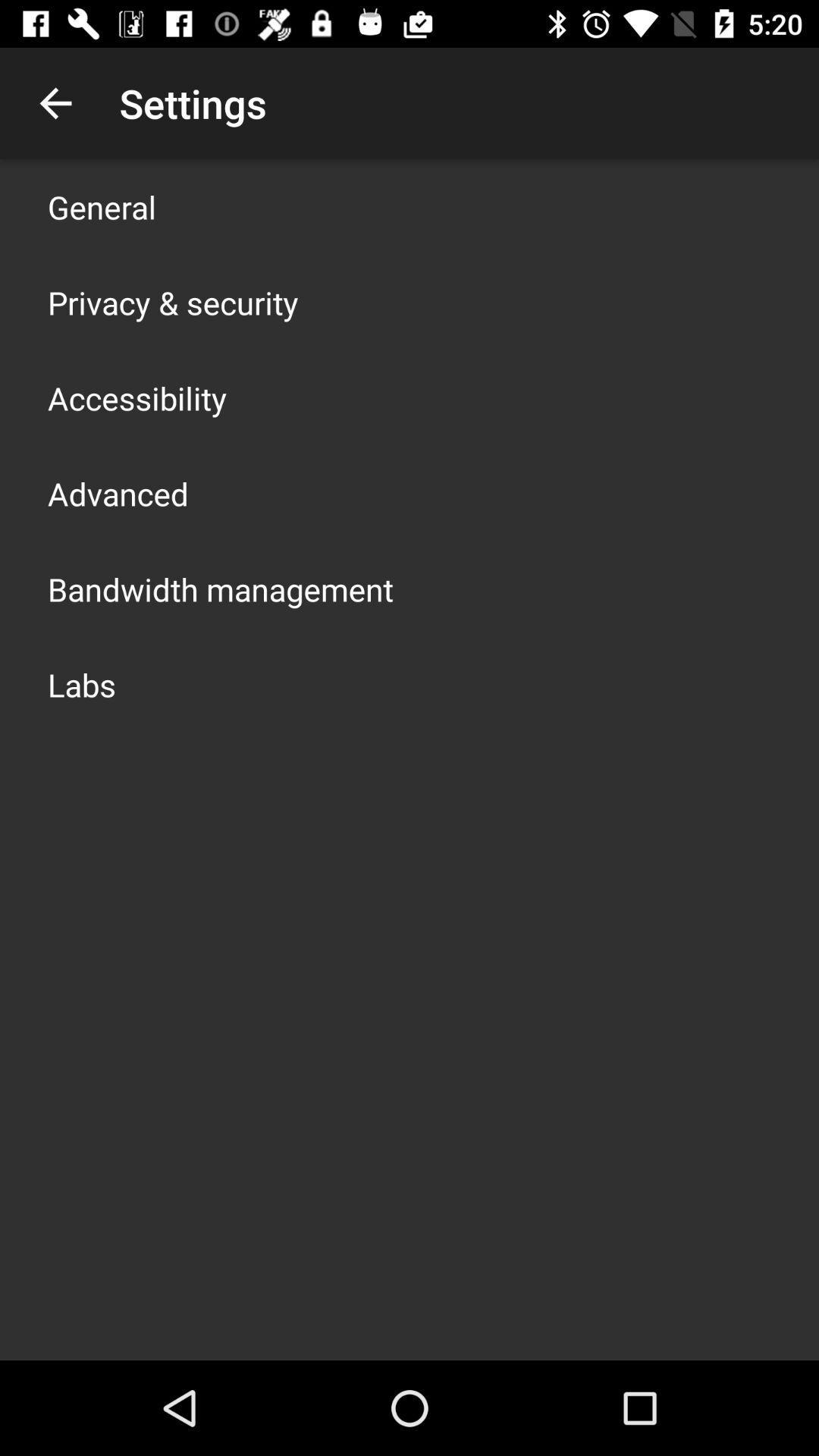 The image size is (819, 1456). I want to click on bandwidth management app, so click(220, 588).